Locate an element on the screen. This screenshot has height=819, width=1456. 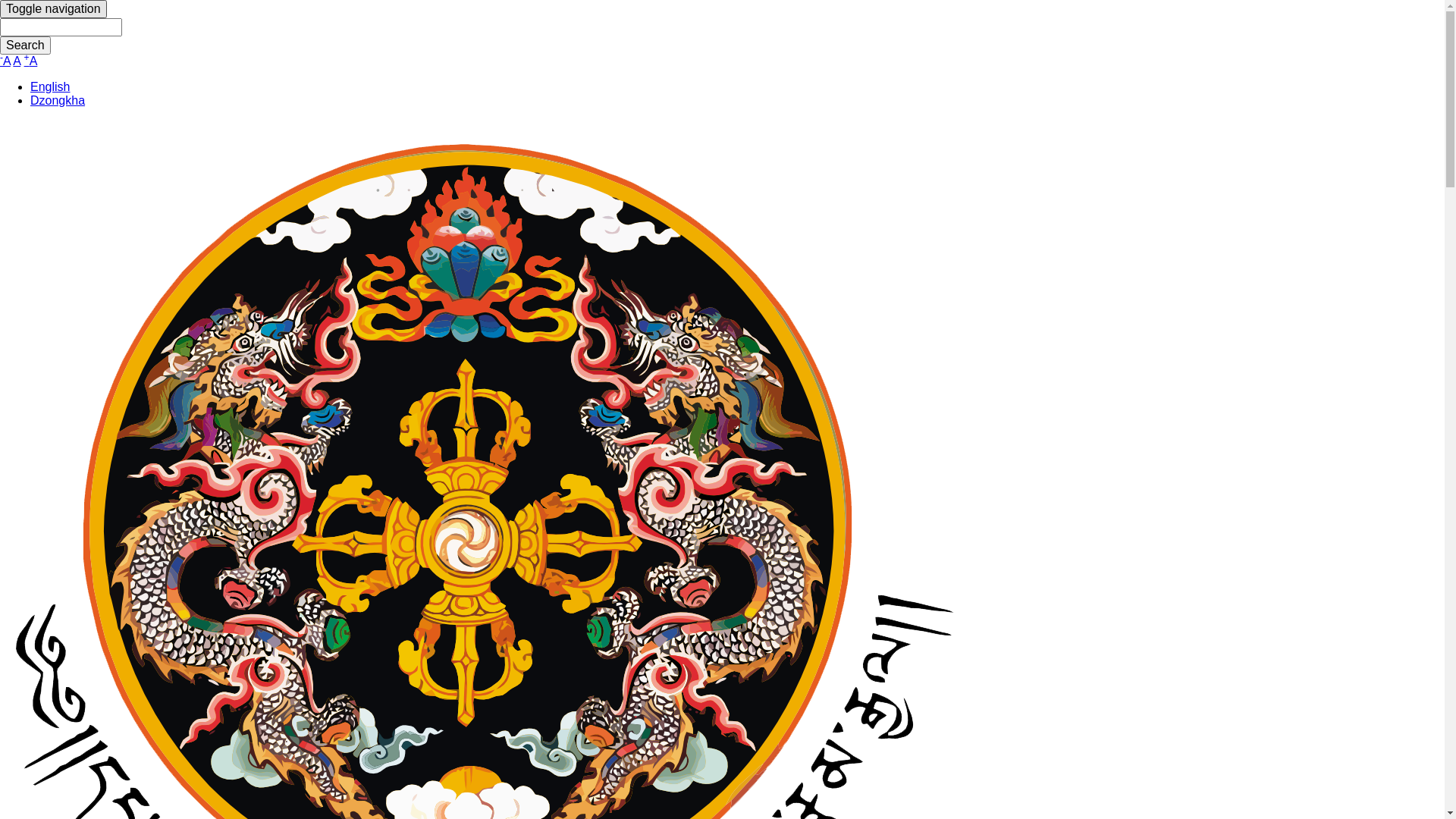
'+A' is located at coordinates (31, 60).